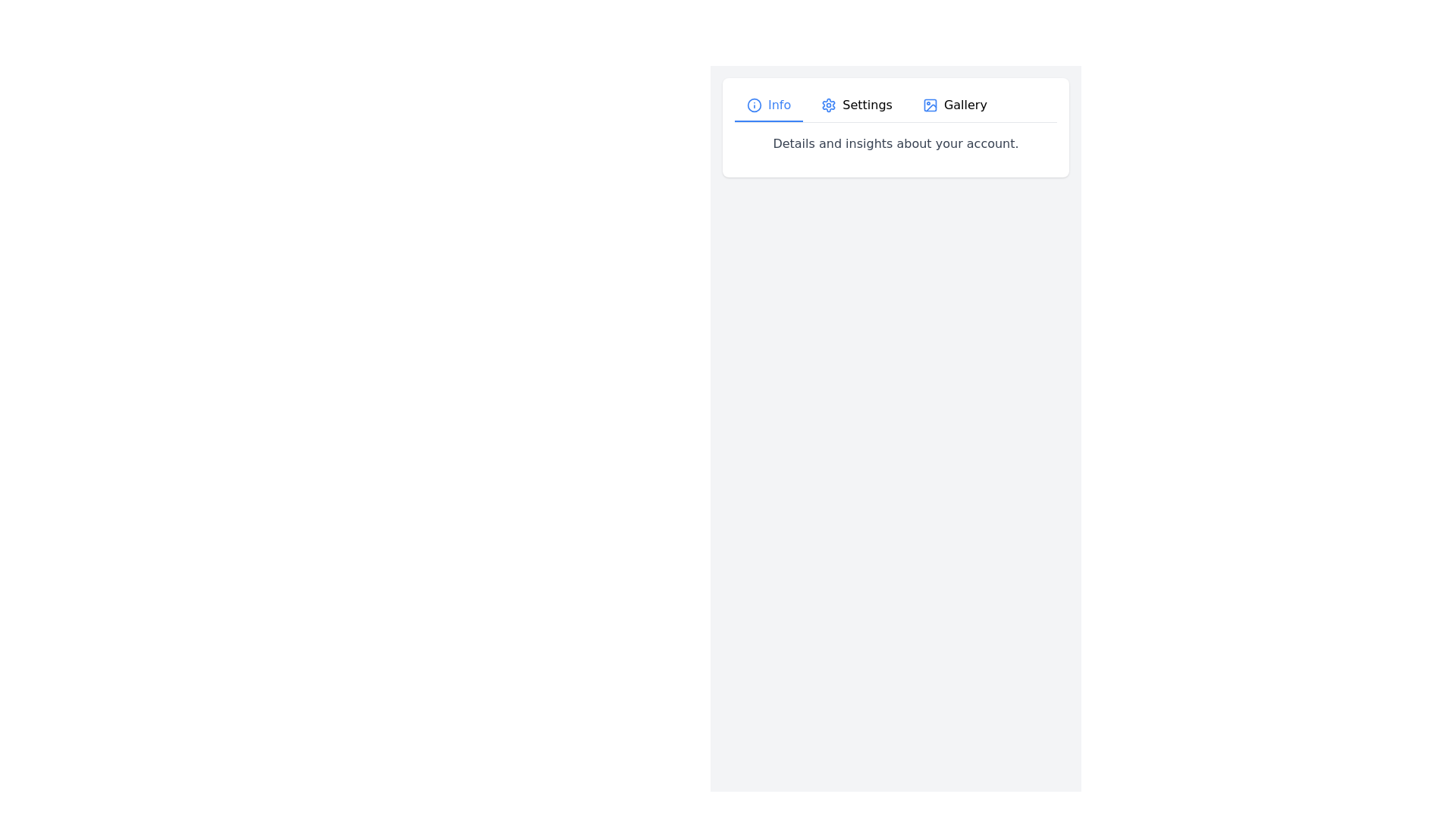 The height and width of the screenshot is (819, 1456). Describe the element at coordinates (828, 104) in the screenshot. I see `the settings icon located in the second tab of the navigation bar, which visually represents settings functionality and is positioned to the left of the text label 'Settings'` at that location.